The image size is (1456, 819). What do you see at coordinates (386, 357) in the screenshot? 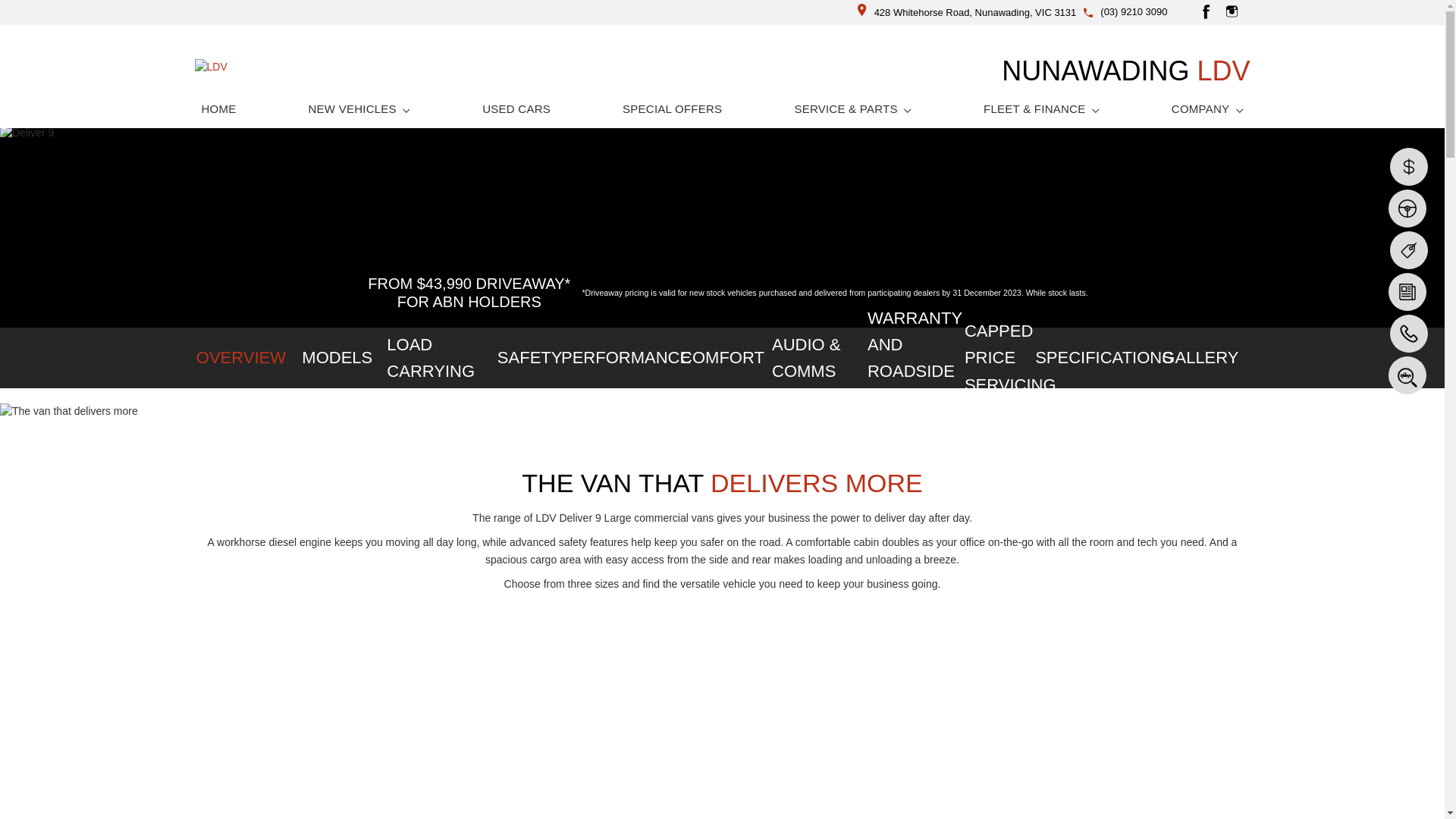
I see `'LOAD CARRYING'` at bounding box center [386, 357].